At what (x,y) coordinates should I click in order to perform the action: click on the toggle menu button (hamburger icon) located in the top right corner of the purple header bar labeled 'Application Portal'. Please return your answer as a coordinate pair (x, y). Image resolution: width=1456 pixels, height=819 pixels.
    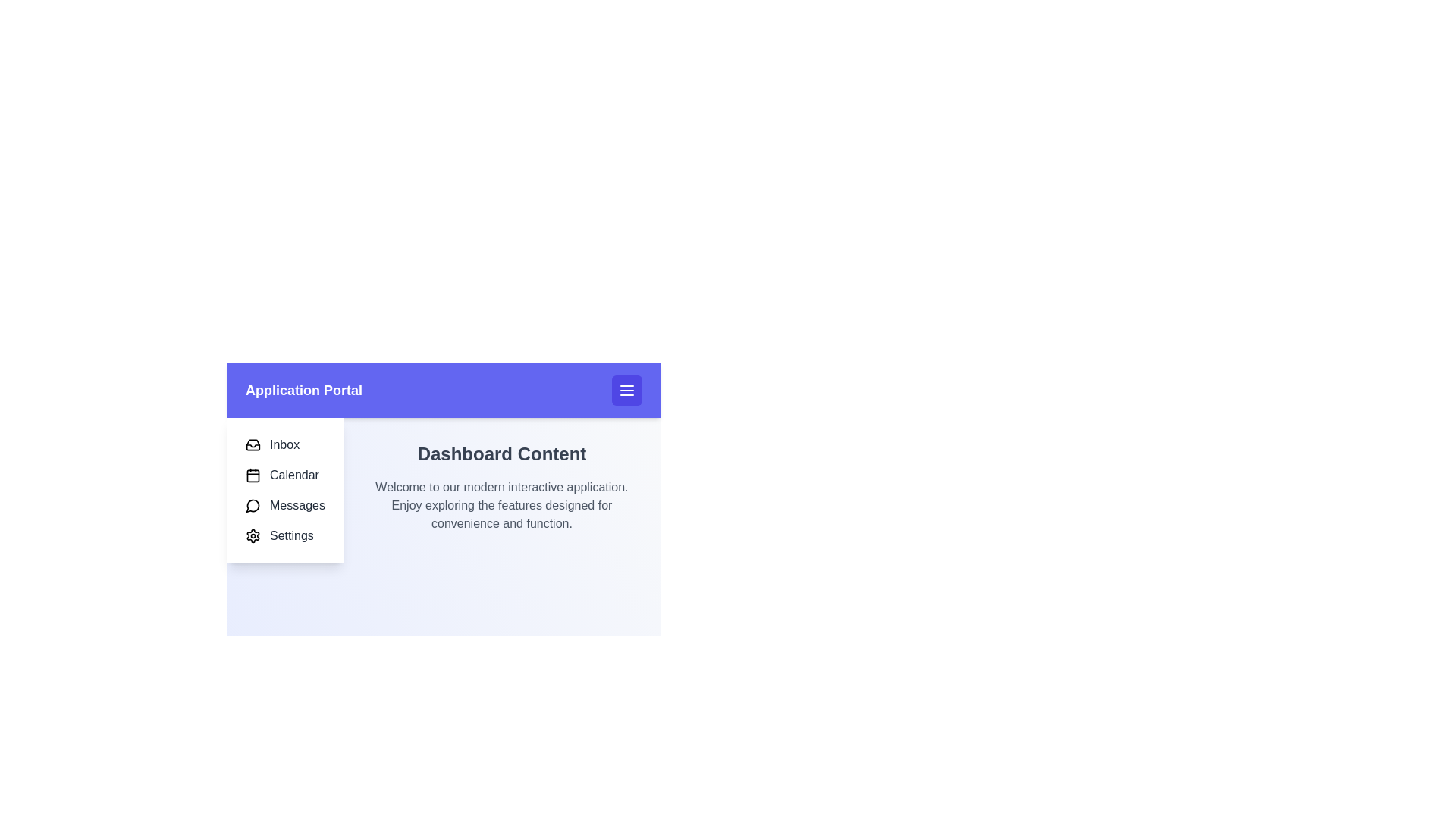
    Looking at the image, I should click on (626, 390).